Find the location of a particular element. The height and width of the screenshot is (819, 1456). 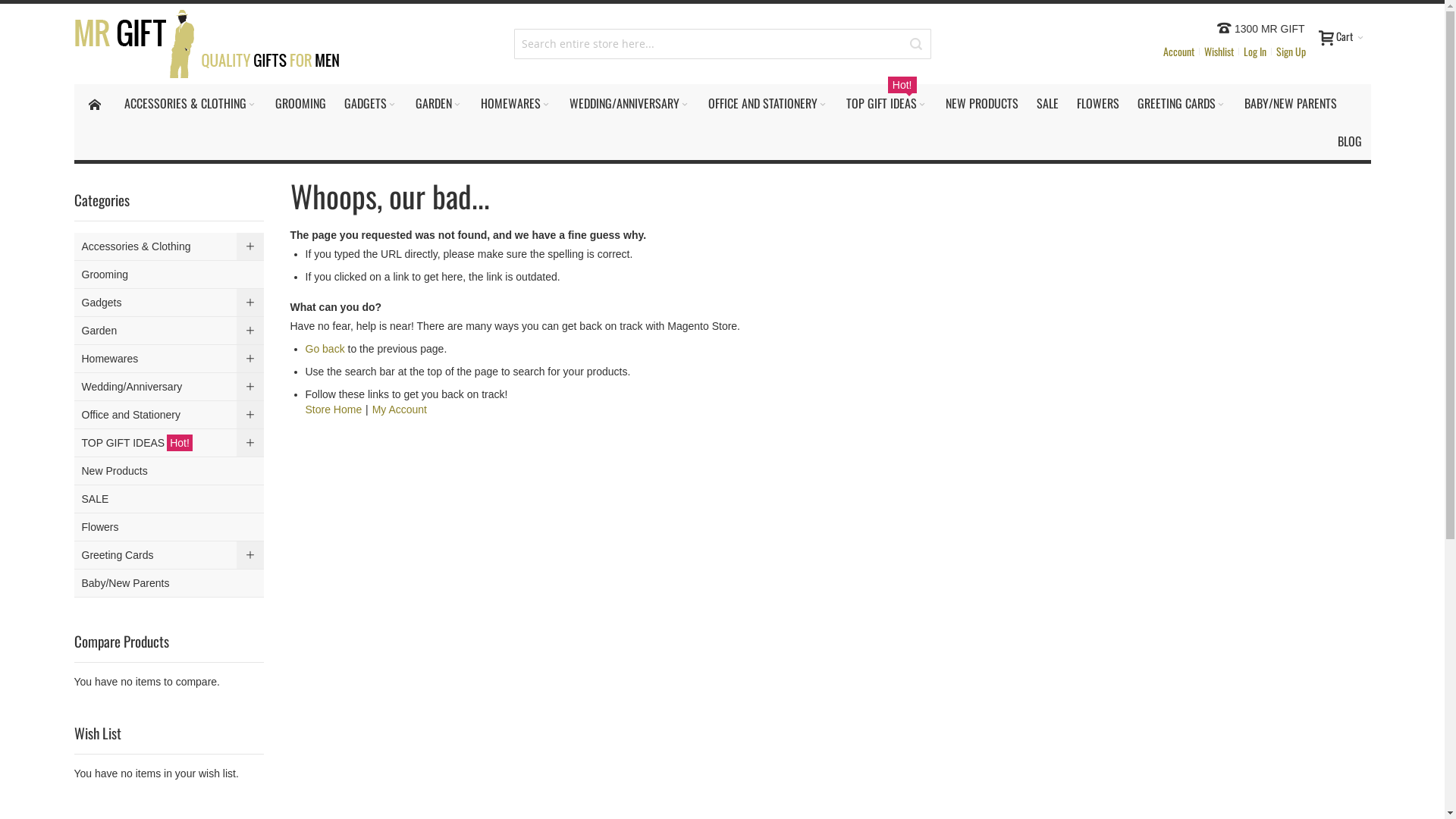

'Greeting Cards' is located at coordinates (169, 555).